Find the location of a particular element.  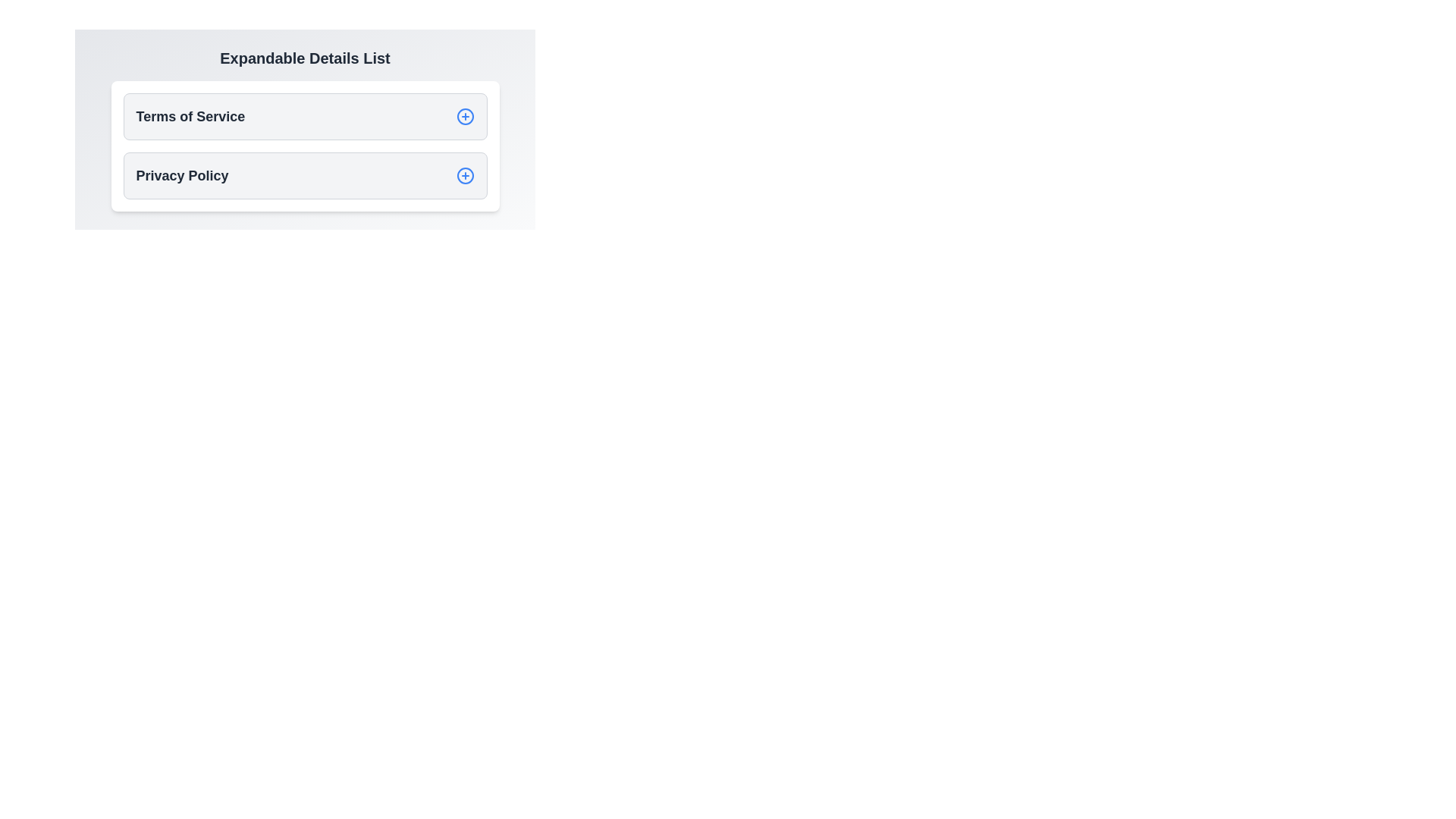

the central circular component of the 'plus circle' icon located to the right of the 'Privacy Policy' label is located at coordinates (464, 174).